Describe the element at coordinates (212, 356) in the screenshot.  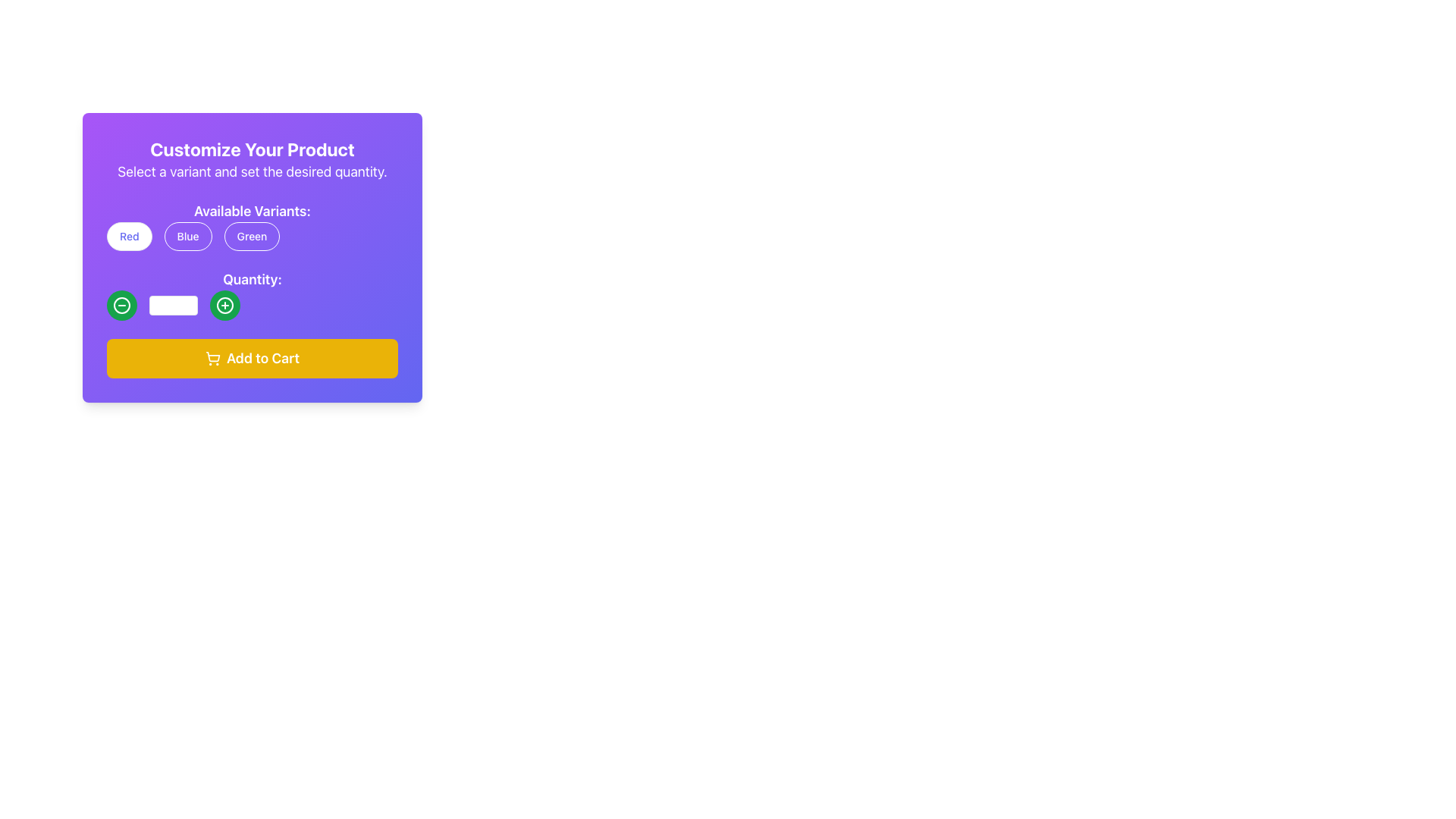
I see `the graphical vector icon representing the shopping cart within the 'Customize Your Product' modal window, which is part of the interactive button used for adding items to the cart` at that location.